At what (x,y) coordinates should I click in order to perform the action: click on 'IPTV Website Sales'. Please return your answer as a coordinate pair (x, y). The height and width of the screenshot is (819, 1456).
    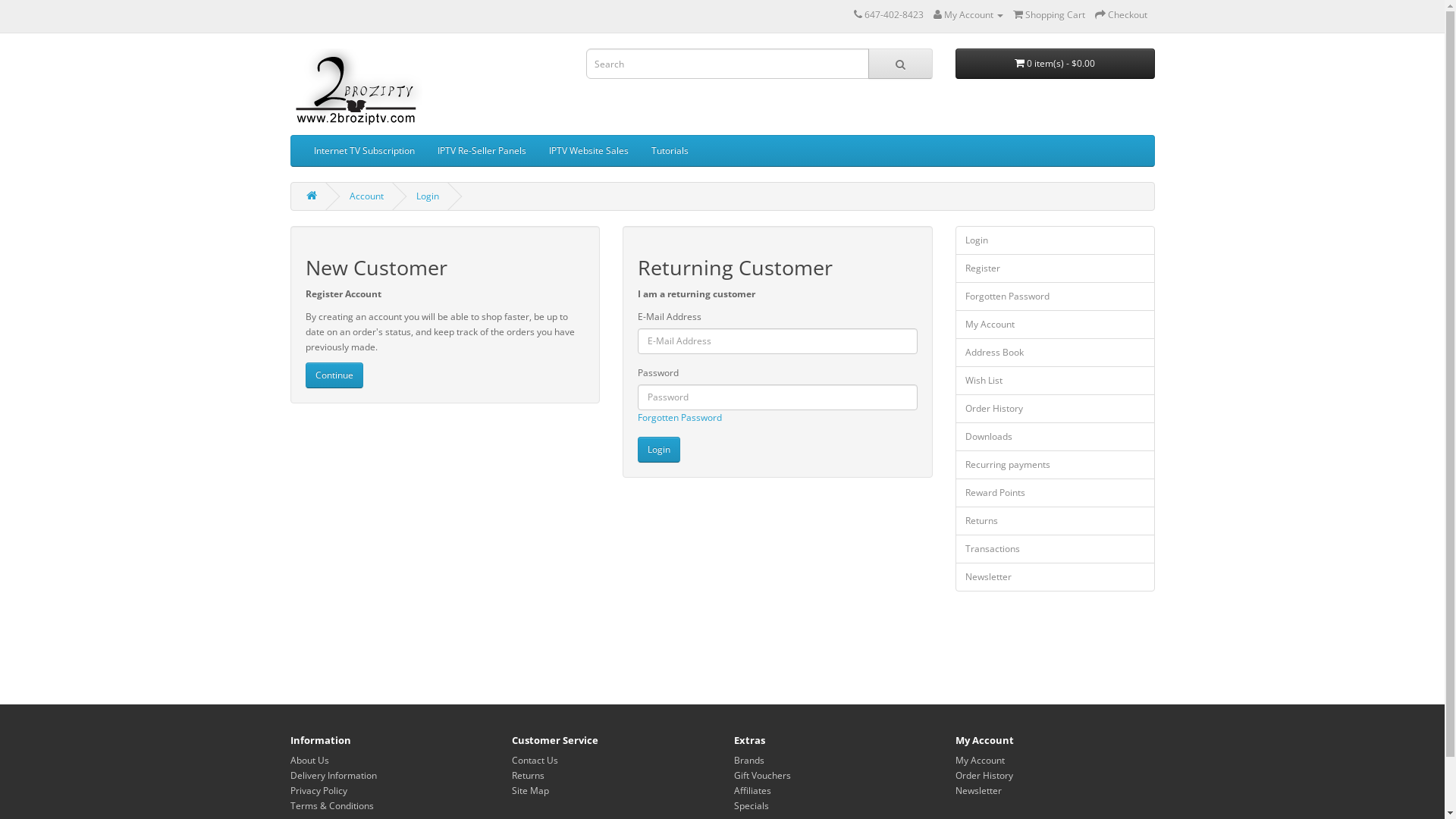
    Looking at the image, I should click on (587, 151).